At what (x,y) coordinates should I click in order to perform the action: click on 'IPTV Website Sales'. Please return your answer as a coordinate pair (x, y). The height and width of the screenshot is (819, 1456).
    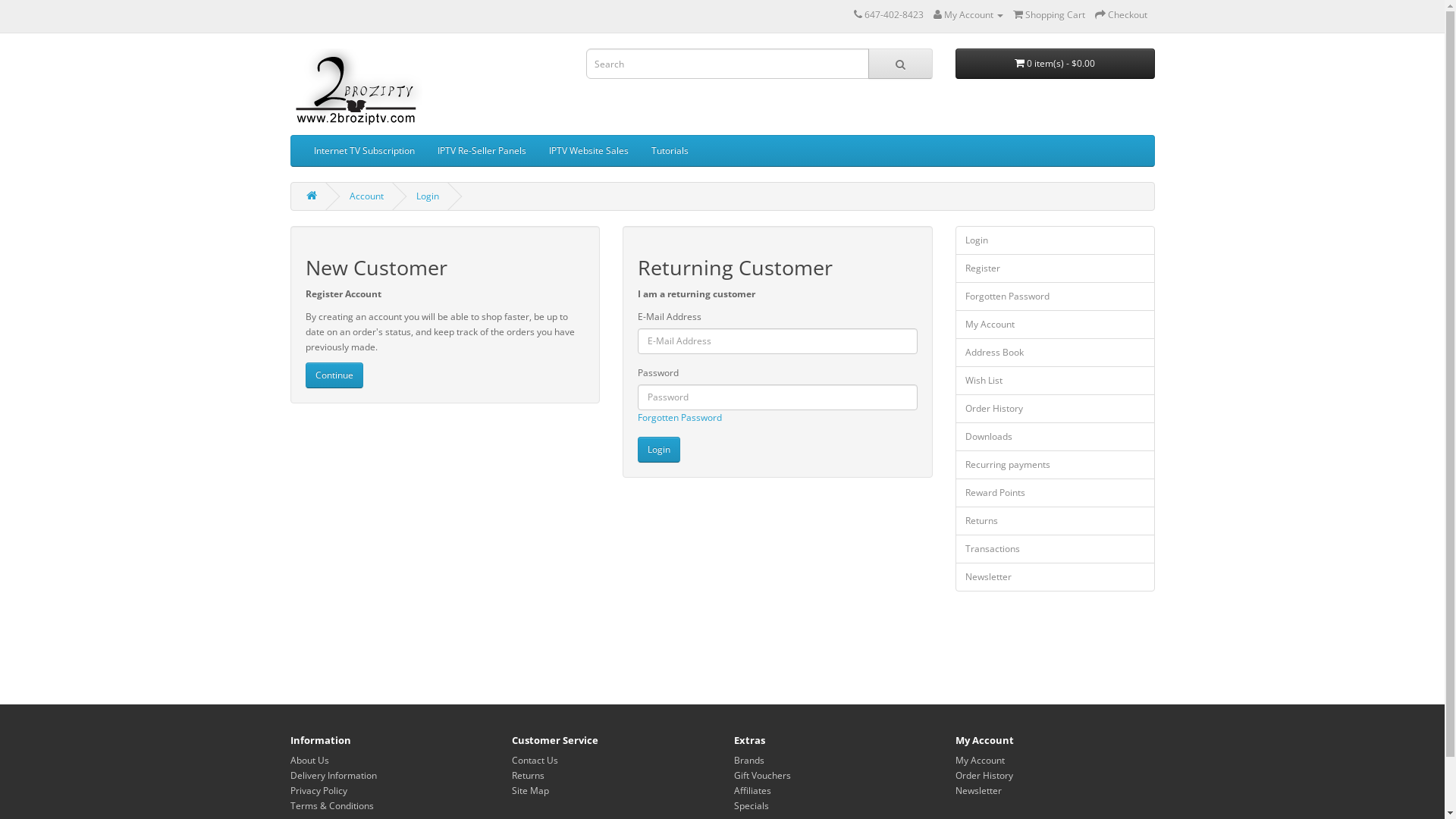
    Looking at the image, I should click on (587, 151).